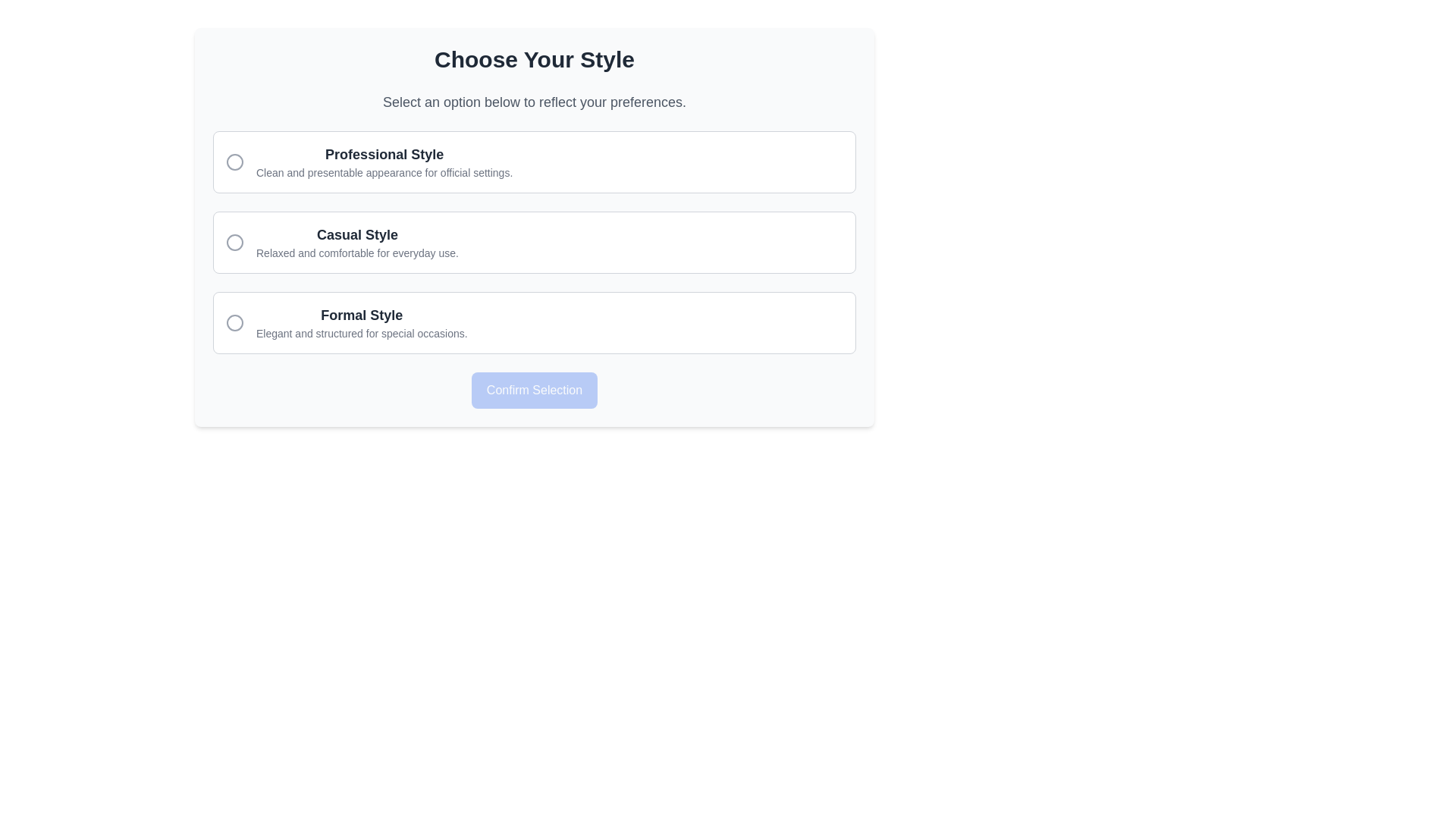  I want to click on the confirmation button located at the center-bottom of the content section to confirm the selection, so click(535, 390).